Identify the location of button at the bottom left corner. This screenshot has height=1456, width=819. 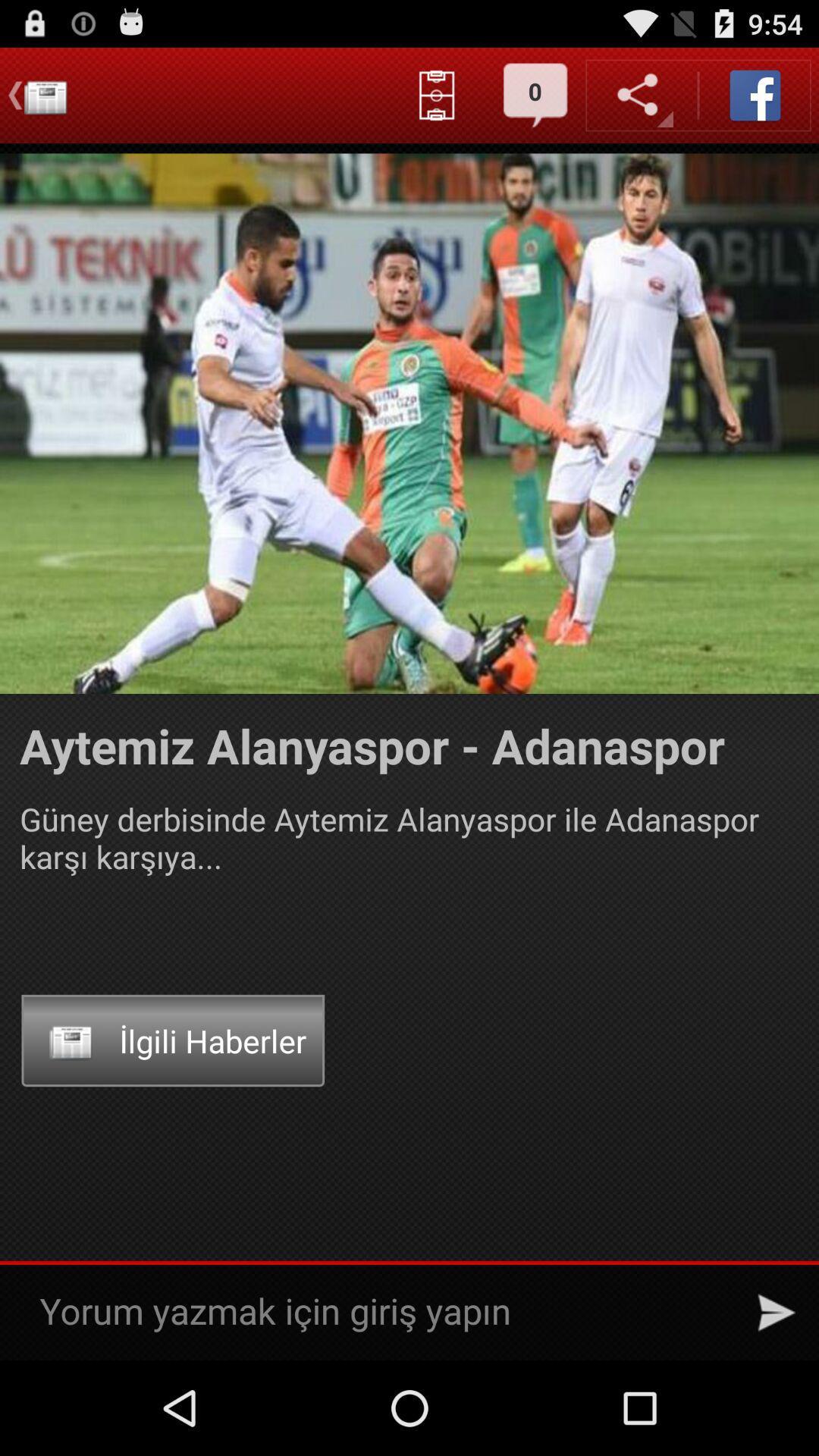
(172, 1040).